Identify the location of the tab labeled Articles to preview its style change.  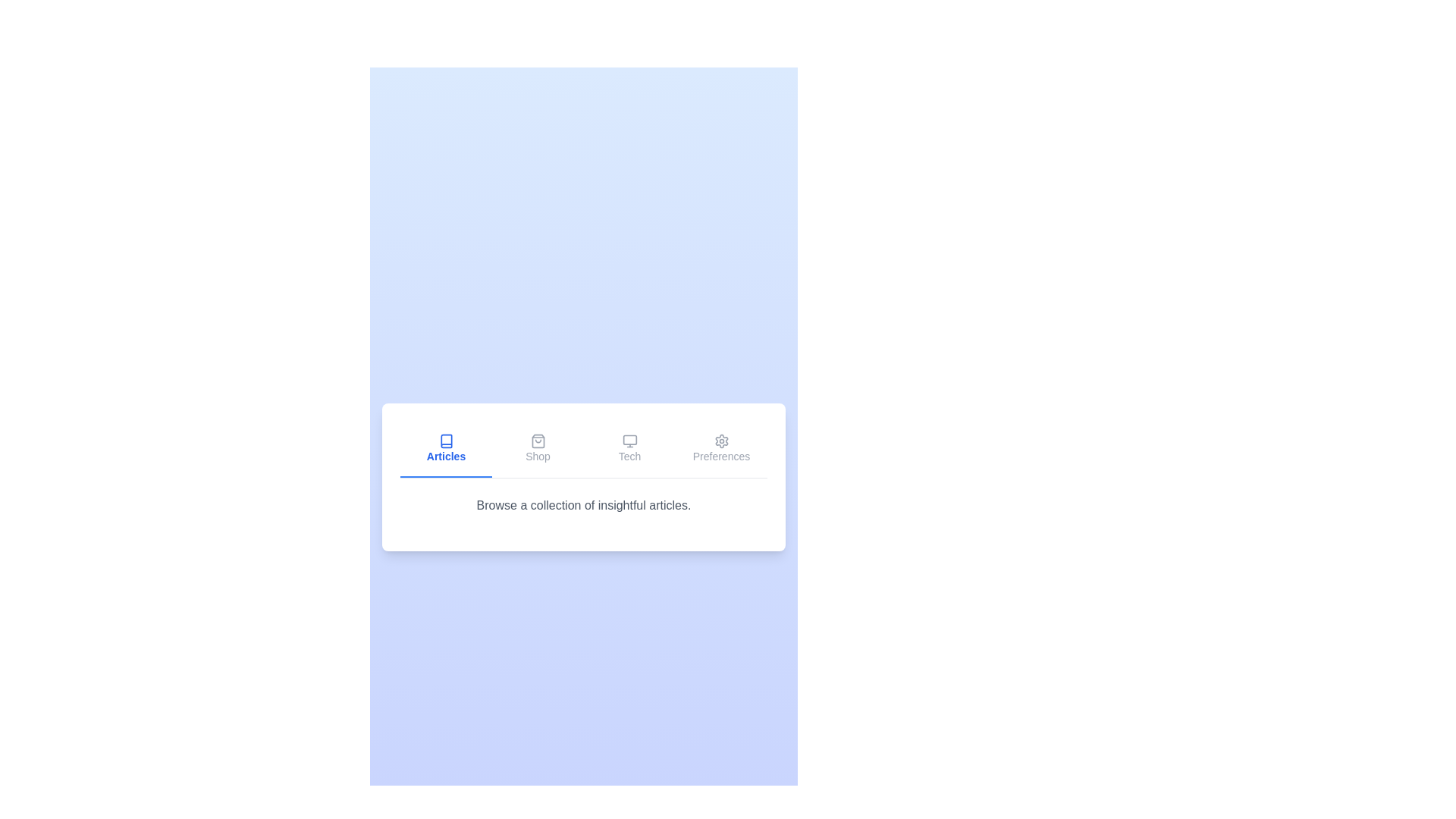
(445, 448).